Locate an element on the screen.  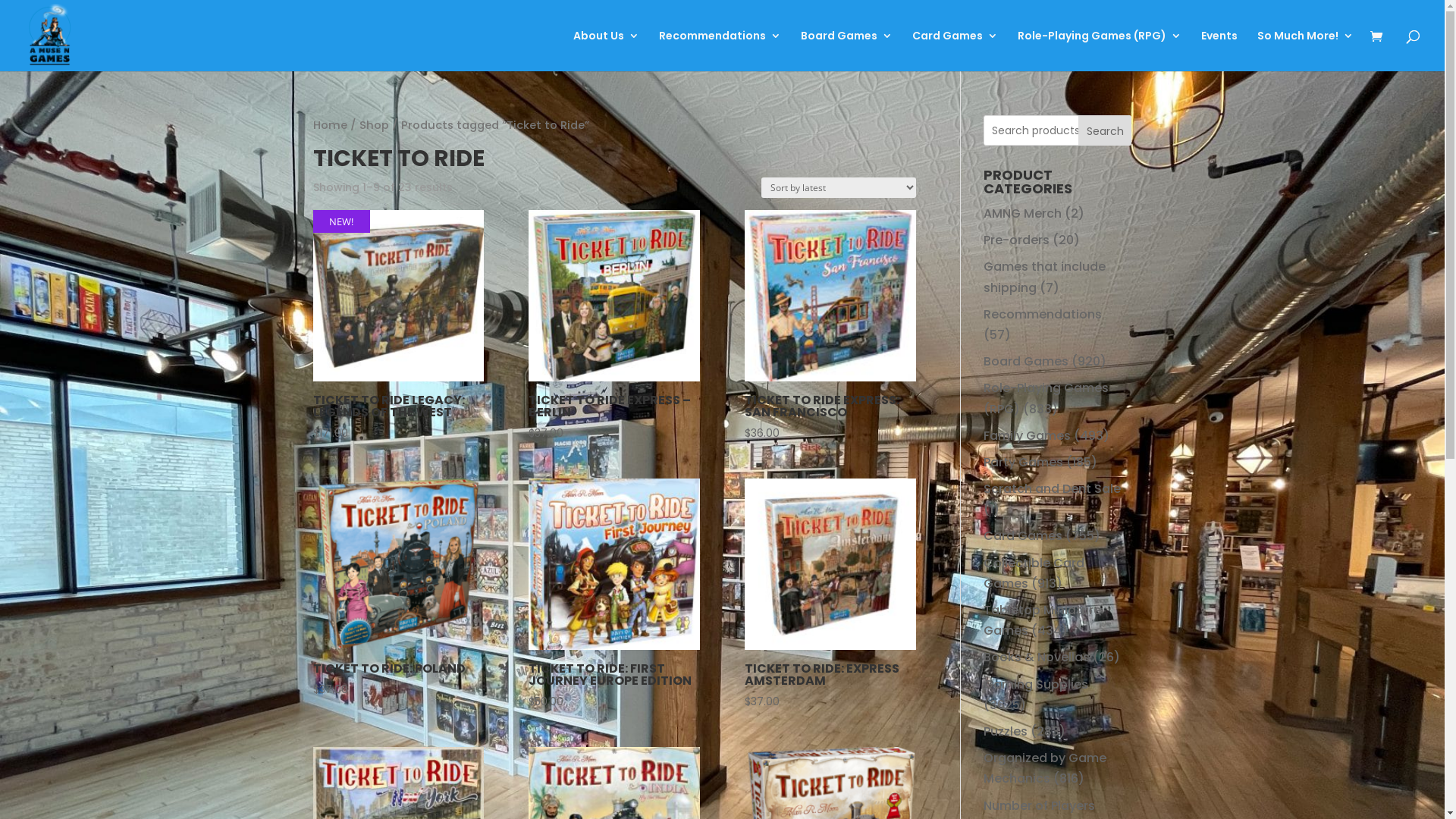
'Books & Novellas' is located at coordinates (1036, 656).